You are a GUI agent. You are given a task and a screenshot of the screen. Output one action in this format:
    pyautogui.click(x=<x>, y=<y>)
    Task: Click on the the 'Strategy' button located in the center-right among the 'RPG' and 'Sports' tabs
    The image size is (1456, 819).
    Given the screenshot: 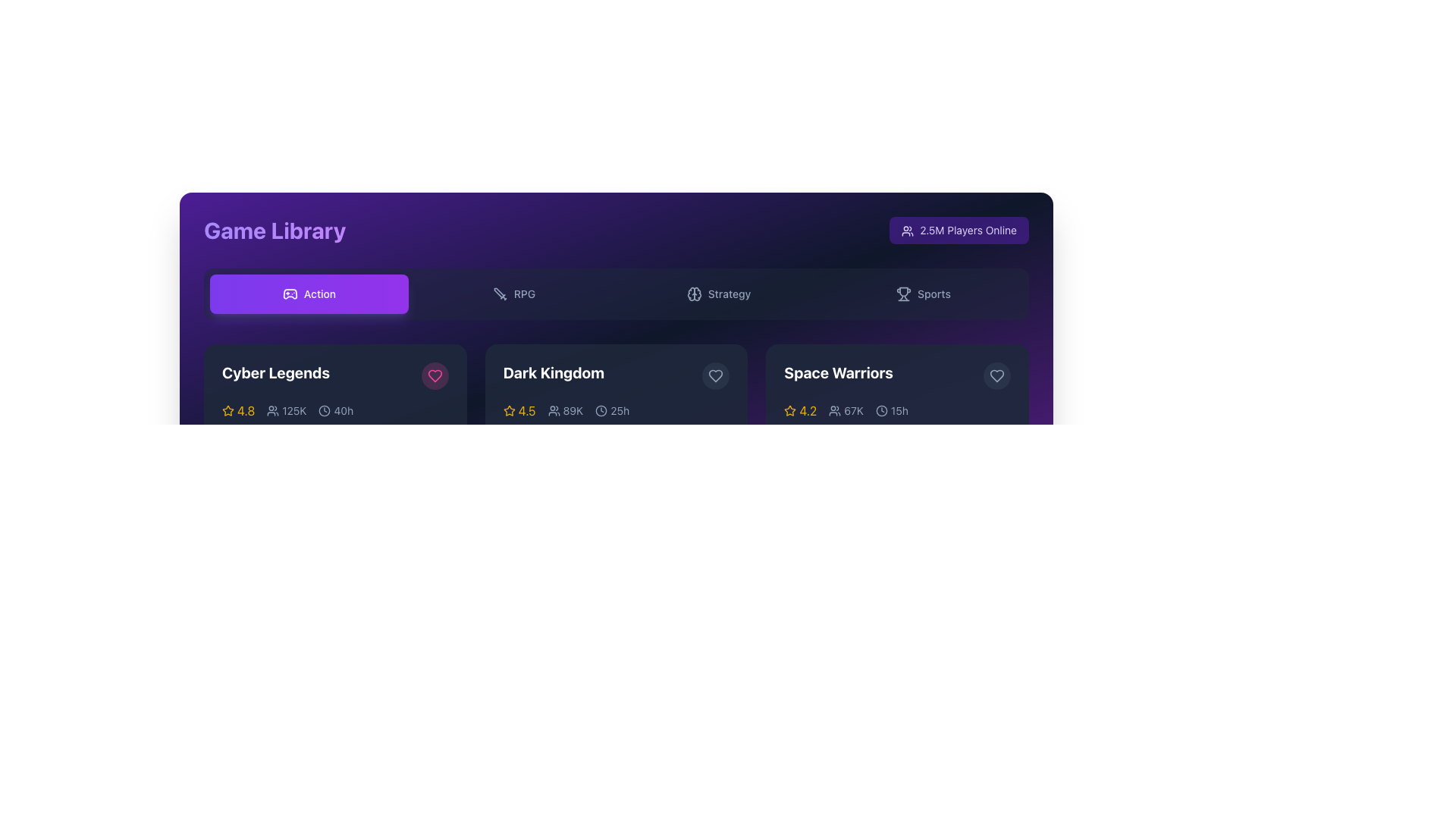 What is the action you would take?
    pyautogui.click(x=718, y=294)
    